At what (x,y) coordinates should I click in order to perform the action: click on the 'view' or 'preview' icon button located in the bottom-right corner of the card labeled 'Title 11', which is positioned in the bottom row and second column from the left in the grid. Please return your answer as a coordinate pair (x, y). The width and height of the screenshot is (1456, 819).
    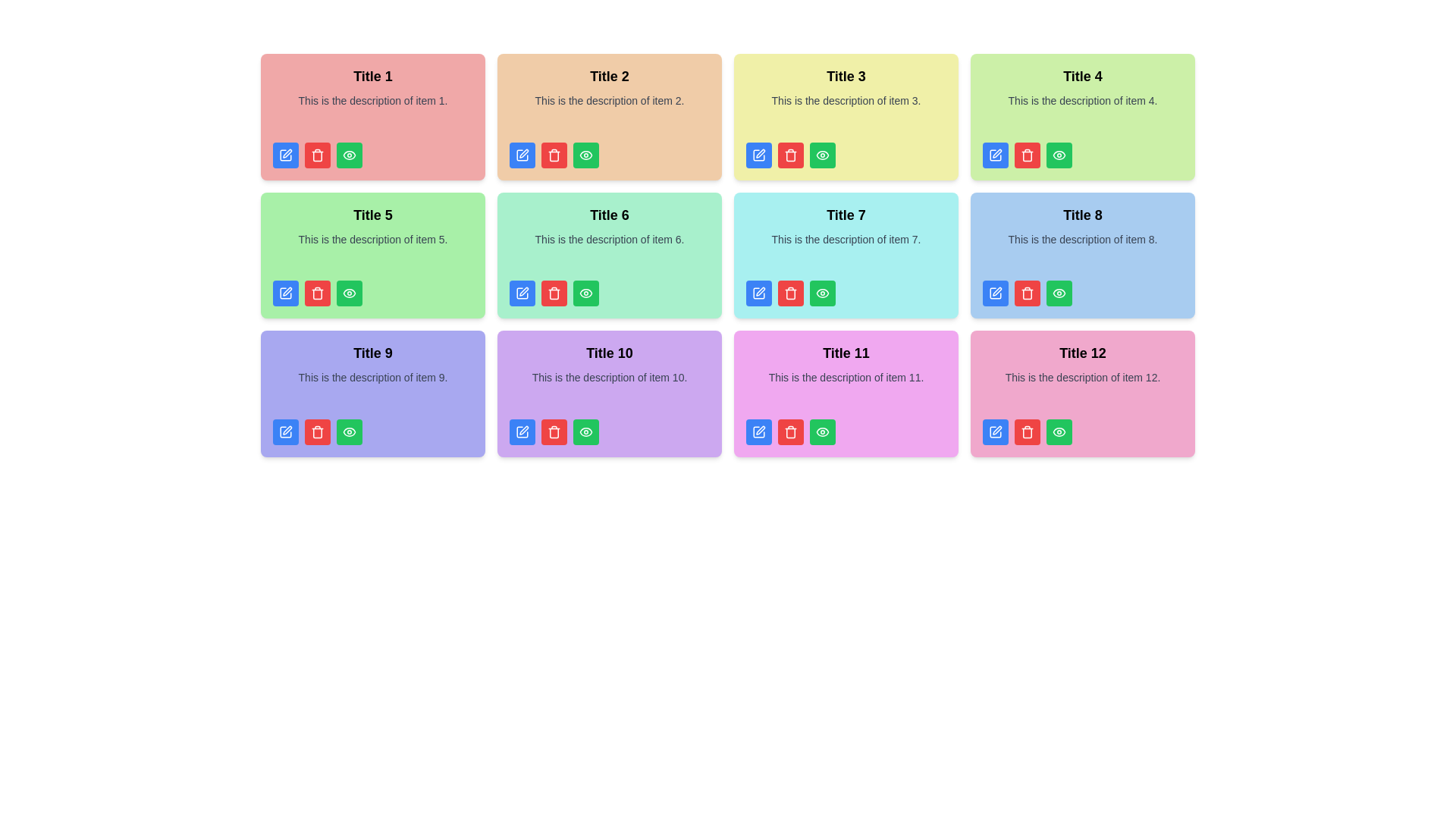
    Looking at the image, I should click on (821, 431).